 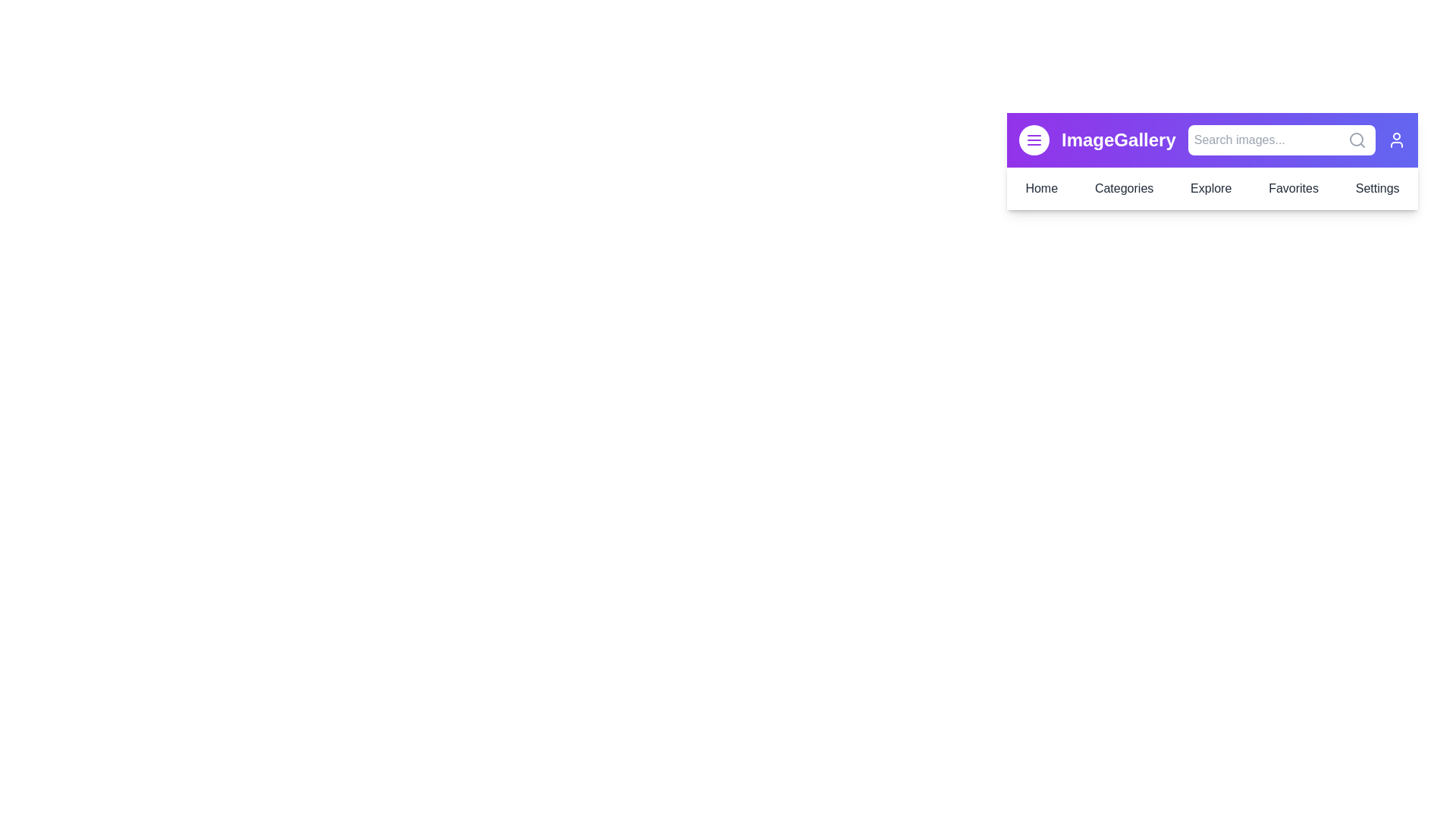 I want to click on the Home menu item in the navigation bar, so click(x=1040, y=188).